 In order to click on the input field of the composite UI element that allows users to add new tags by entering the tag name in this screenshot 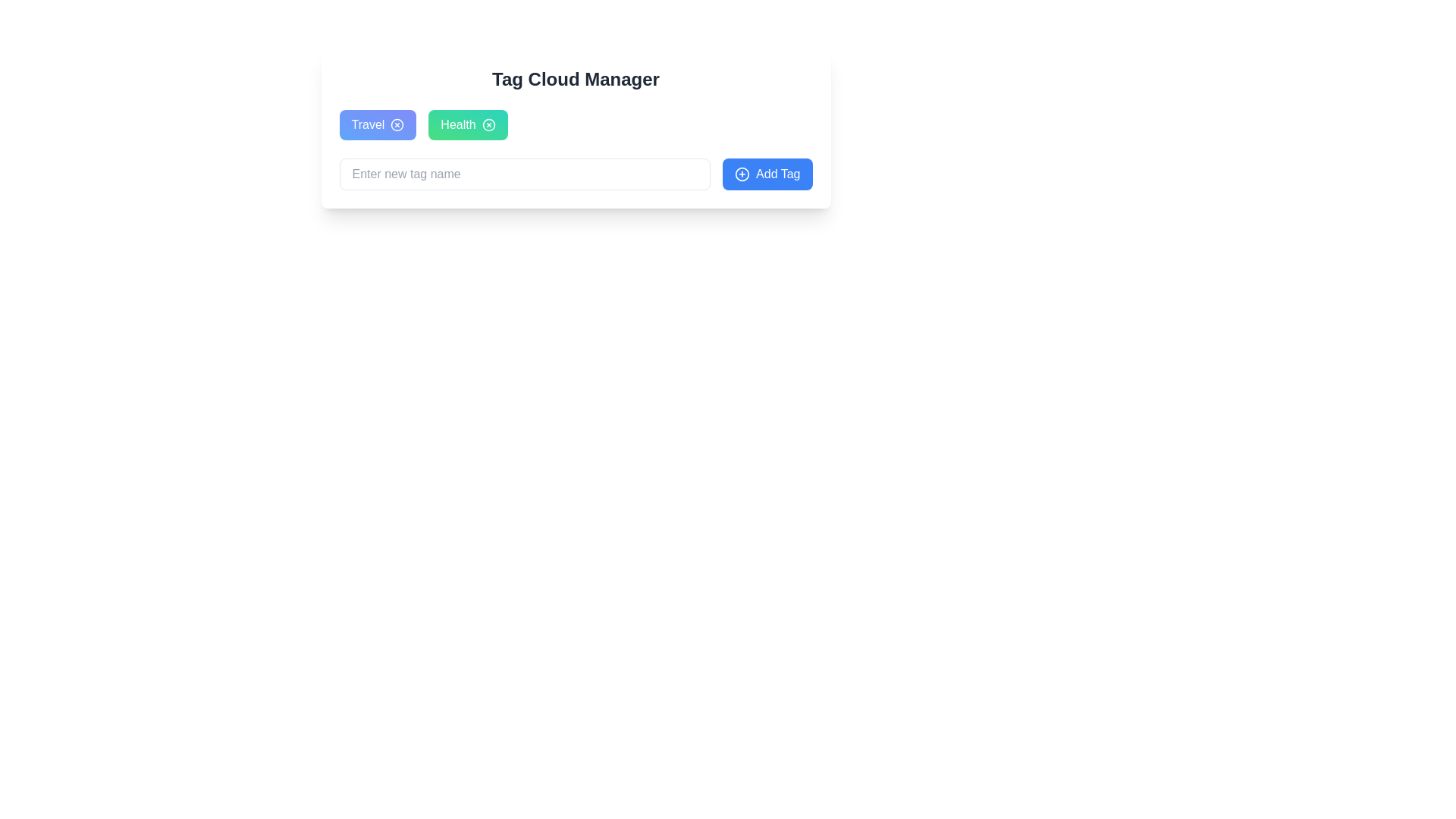, I will do `click(575, 174)`.